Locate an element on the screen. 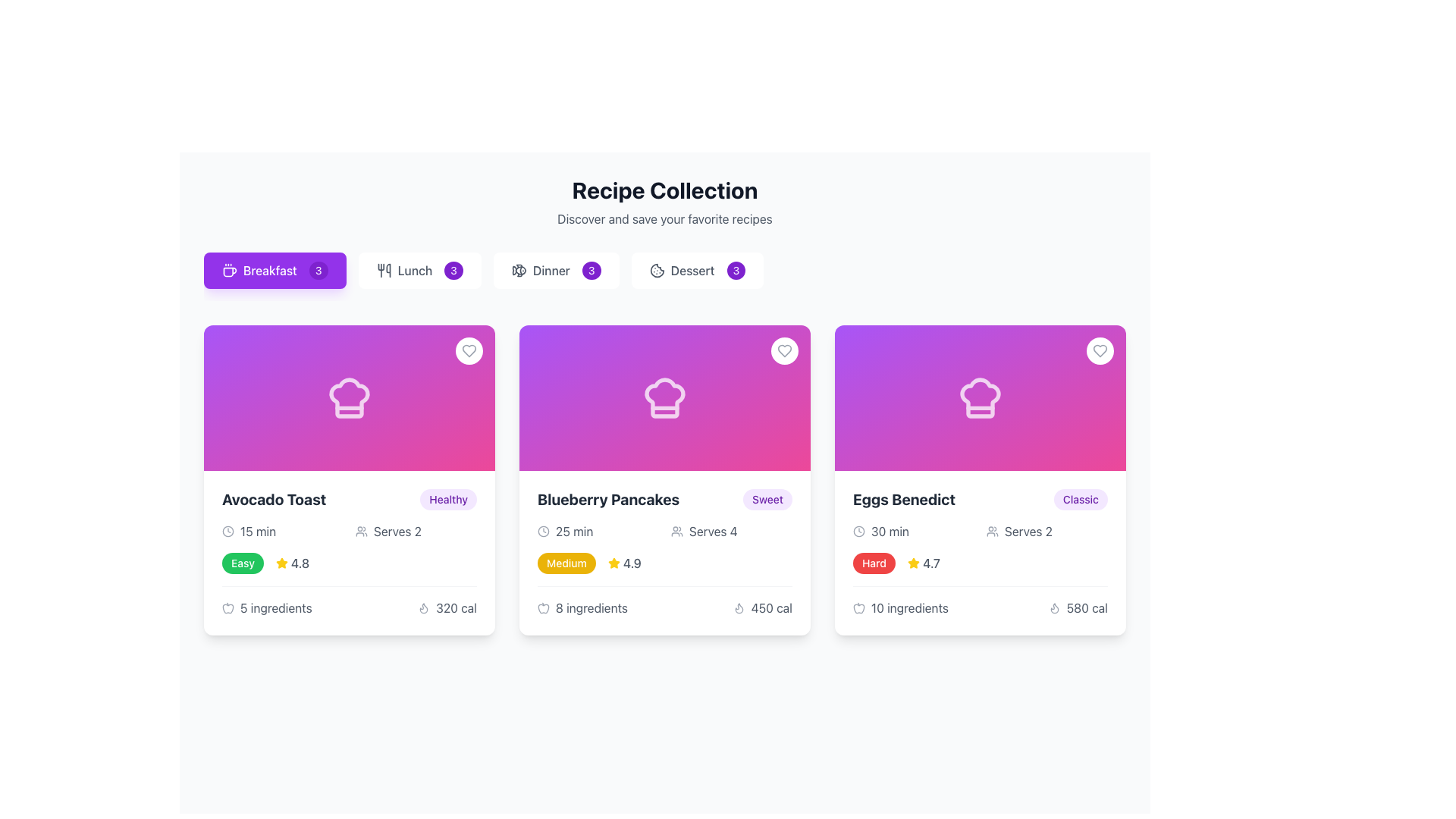 The image size is (1456, 819). the calorie count text label with the accompanying icon located in the lower-right corner of the 'Avocado Toast' card, below the rating and ingredient information is located at coordinates (447, 607).